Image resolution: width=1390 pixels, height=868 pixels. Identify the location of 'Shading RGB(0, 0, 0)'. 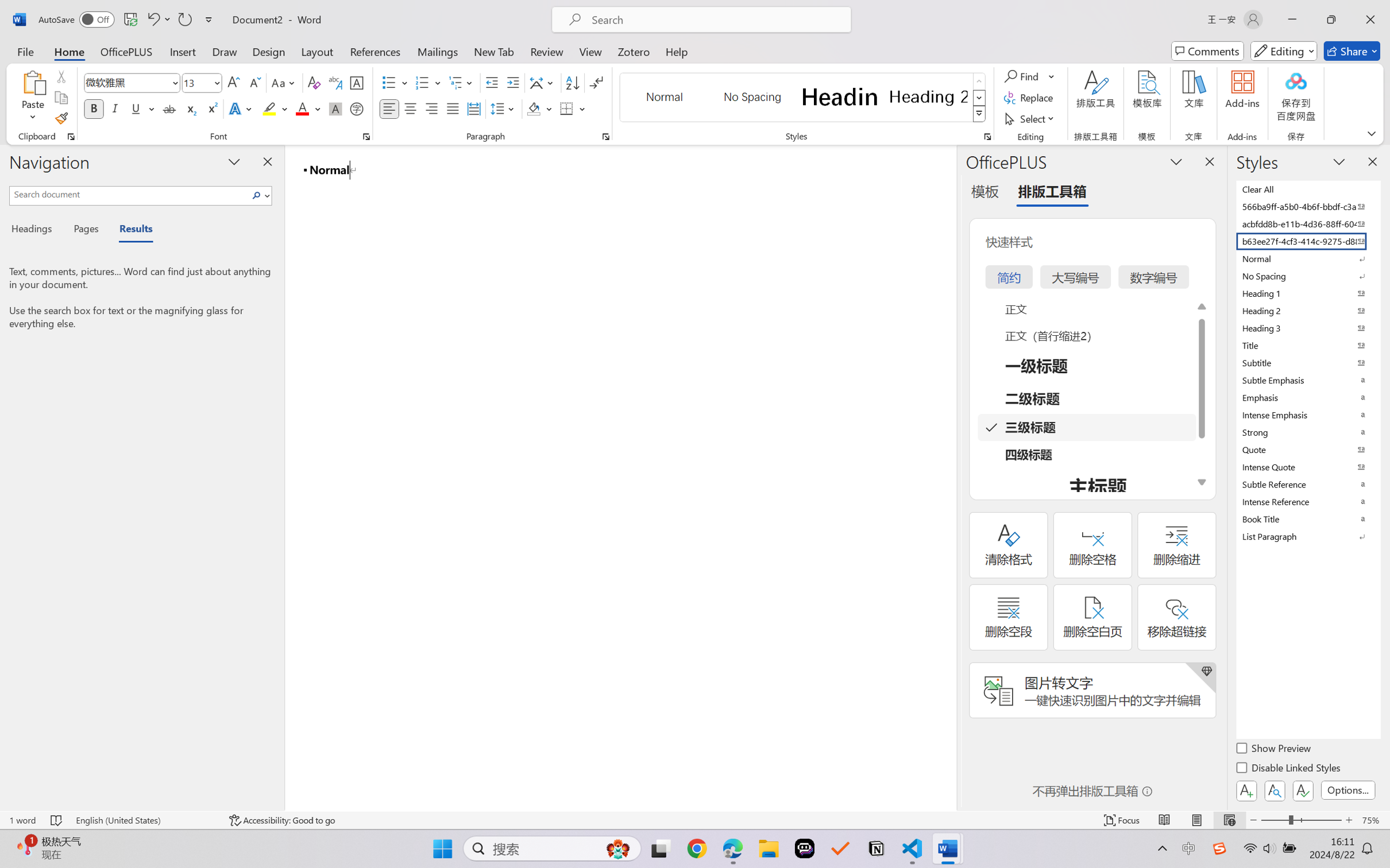
(533, 108).